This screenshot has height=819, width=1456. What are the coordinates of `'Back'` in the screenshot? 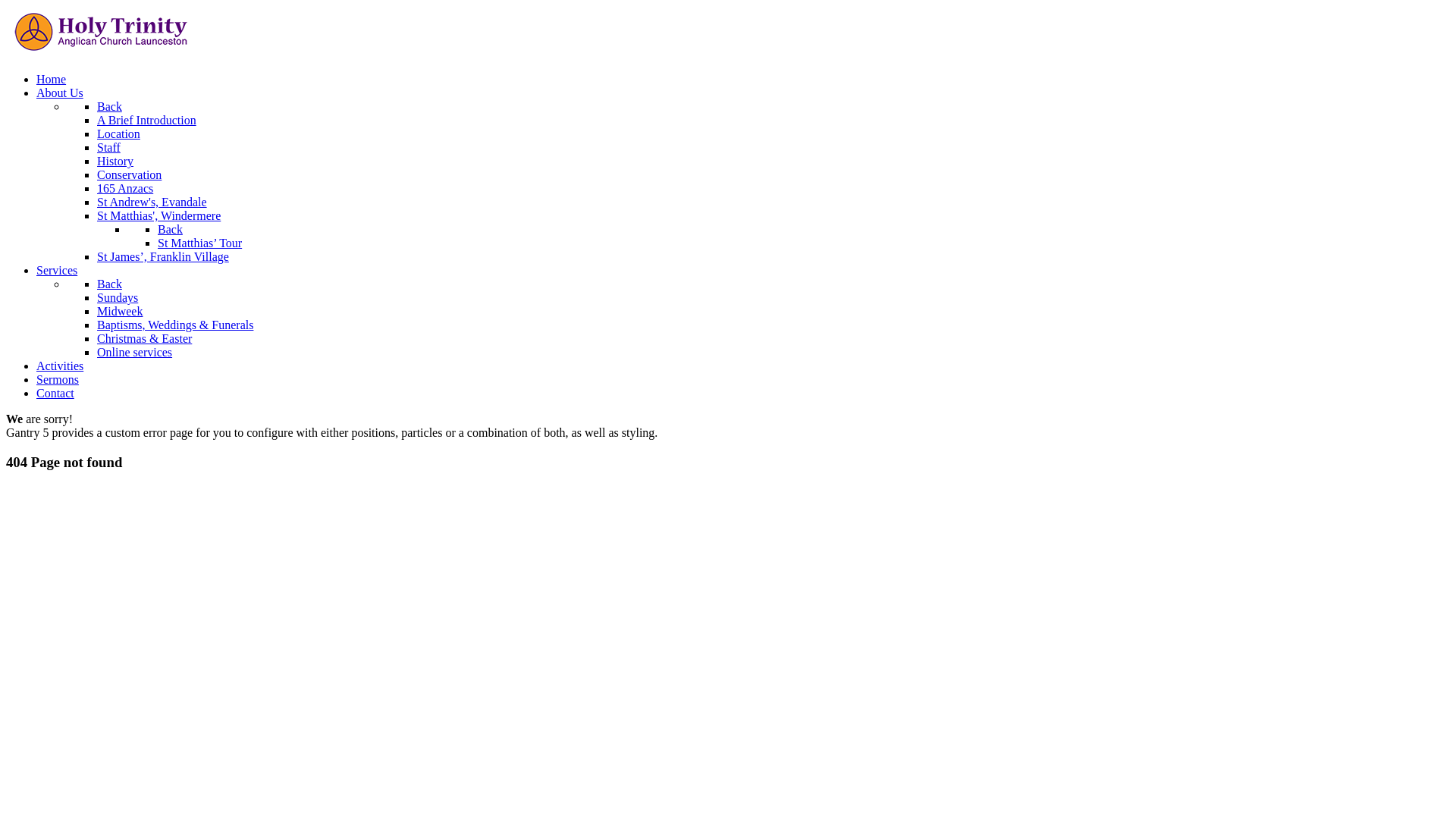 It's located at (170, 229).